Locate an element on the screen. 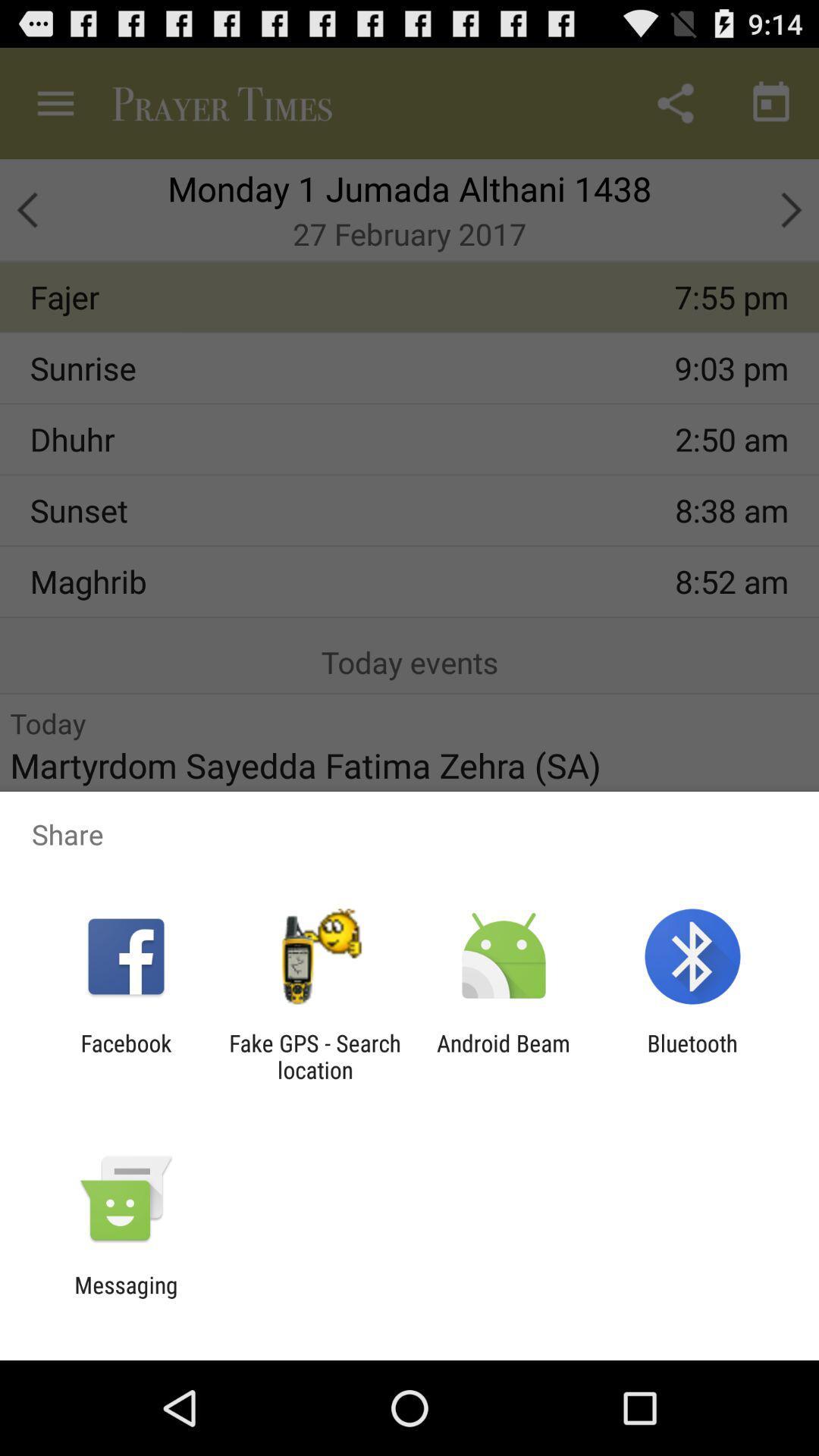 Image resolution: width=819 pixels, height=1456 pixels. fake gps search is located at coordinates (314, 1056).